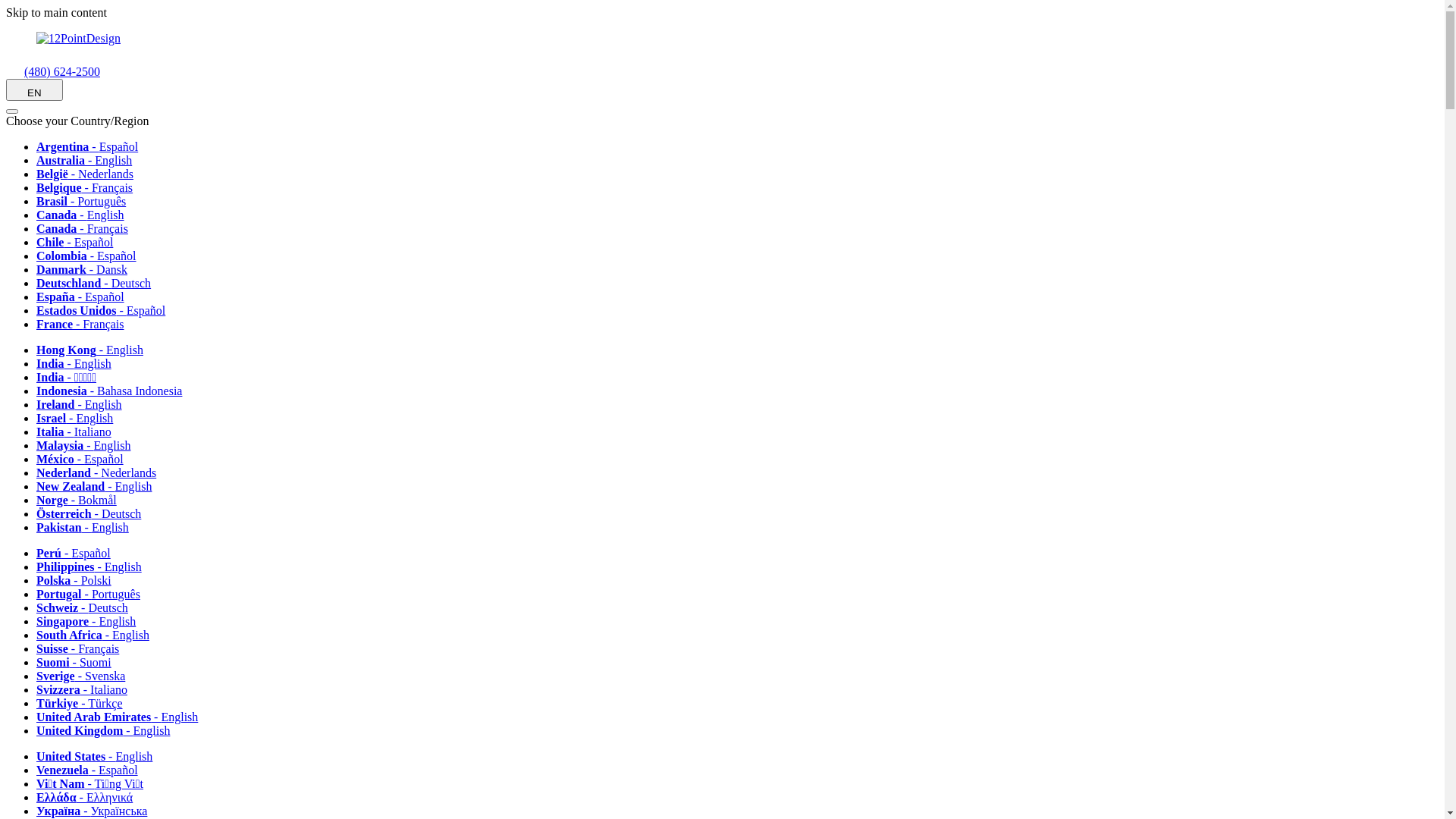  Describe the element at coordinates (6, 12) in the screenshot. I see `'Skip to main content'` at that location.